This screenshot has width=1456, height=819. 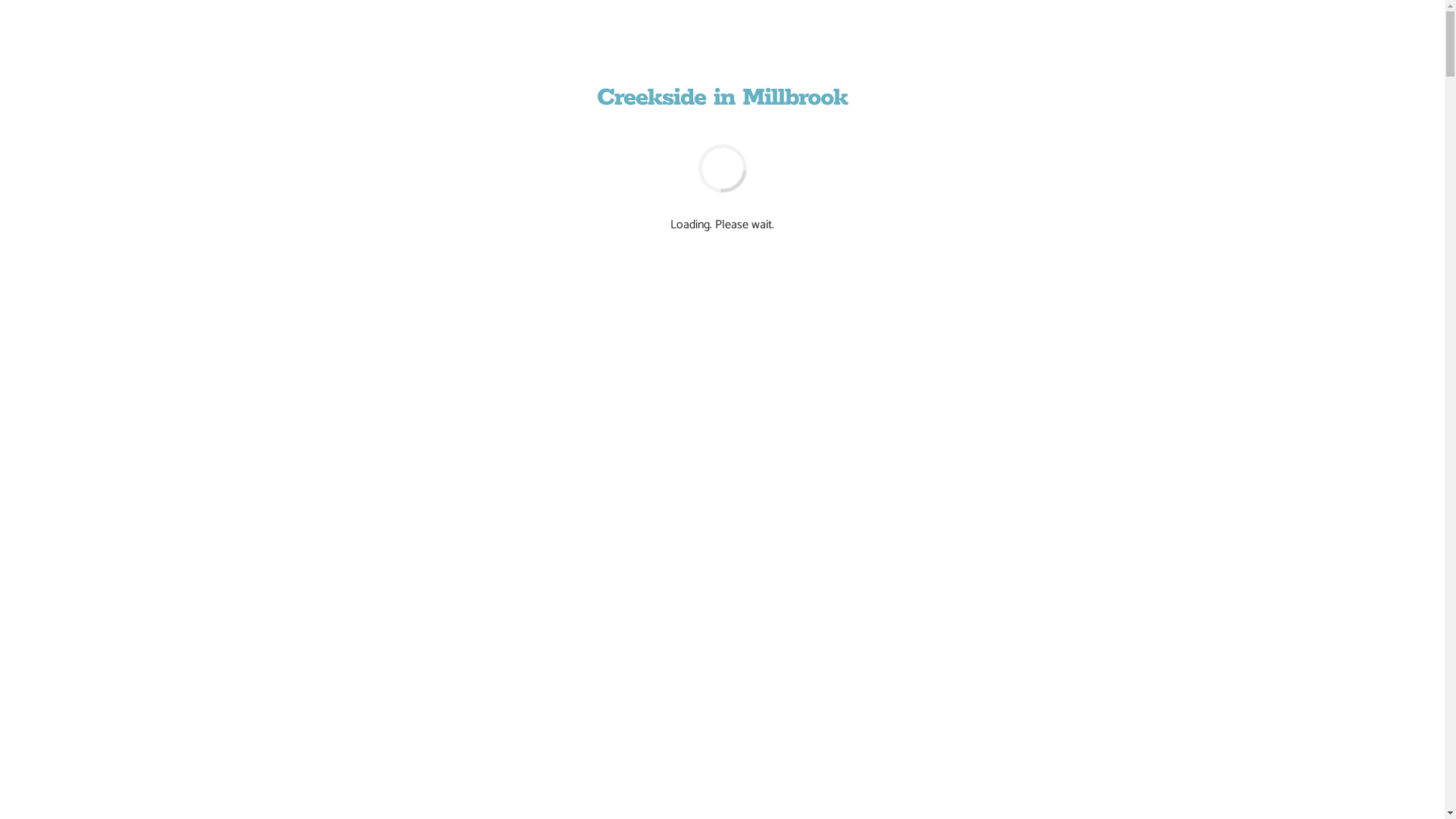 I want to click on 'Creekside in Millbrook', so click(x=721, y=98).